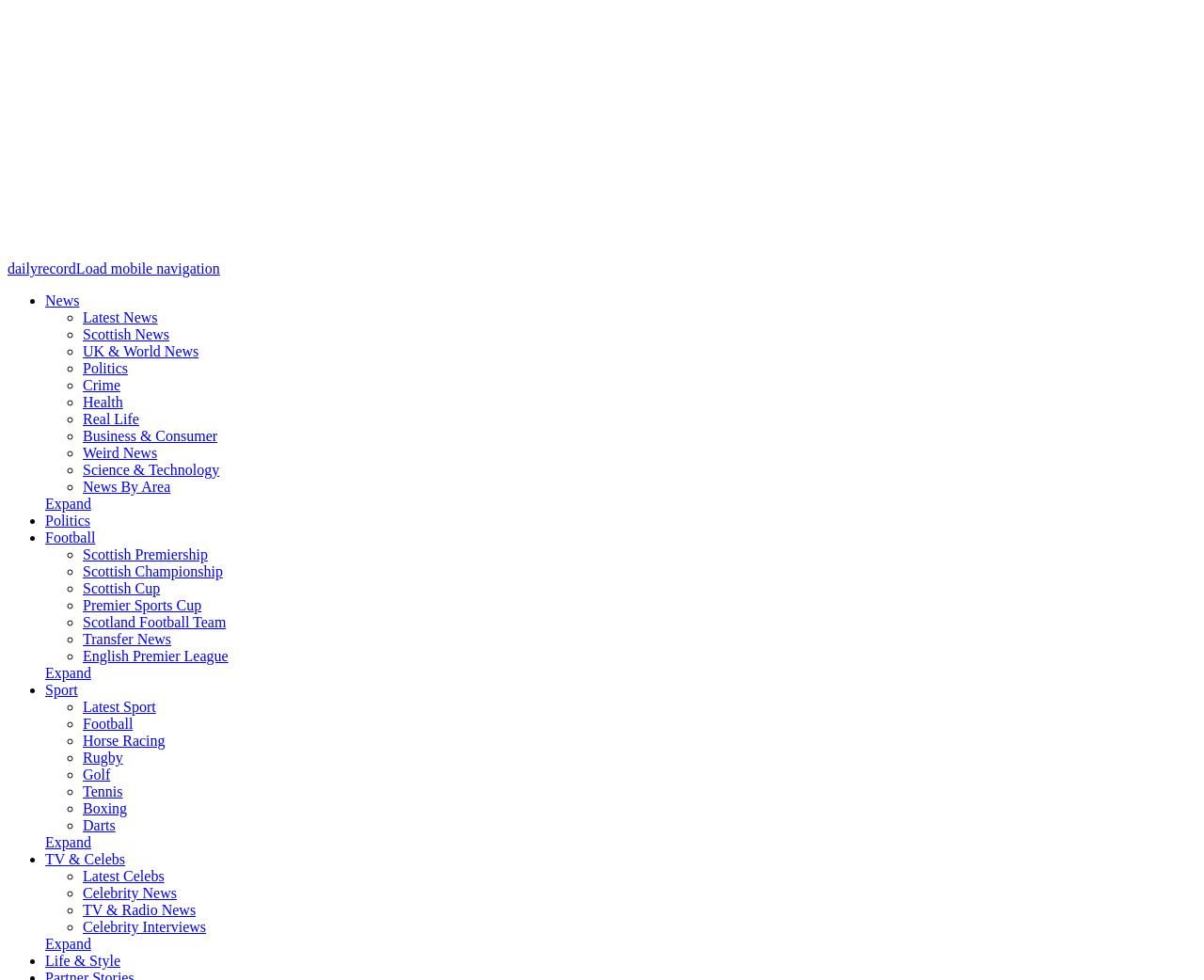  I want to click on 'Sport', so click(45, 688).